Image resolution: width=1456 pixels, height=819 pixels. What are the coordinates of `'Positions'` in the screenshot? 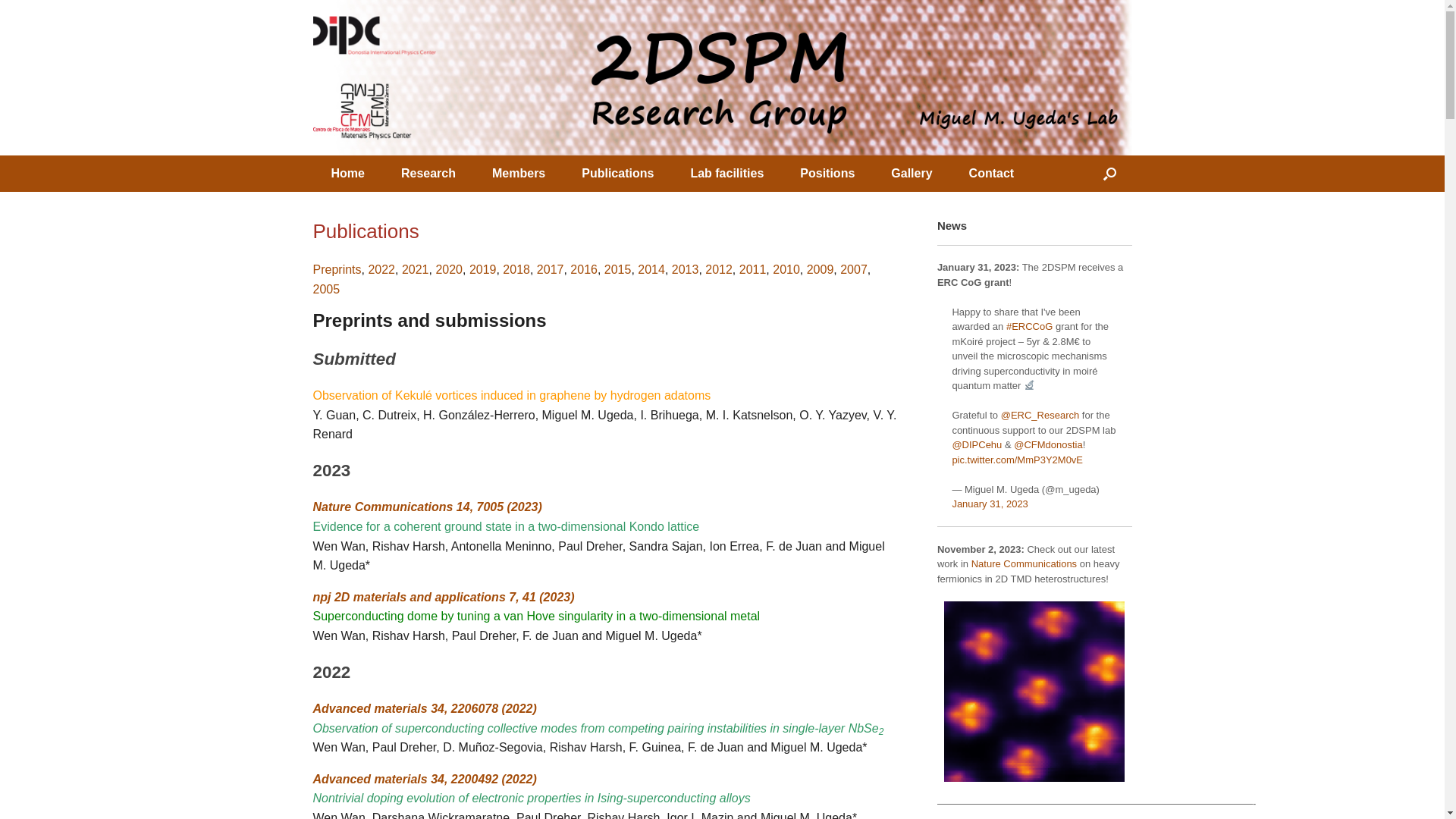 It's located at (826, 172).